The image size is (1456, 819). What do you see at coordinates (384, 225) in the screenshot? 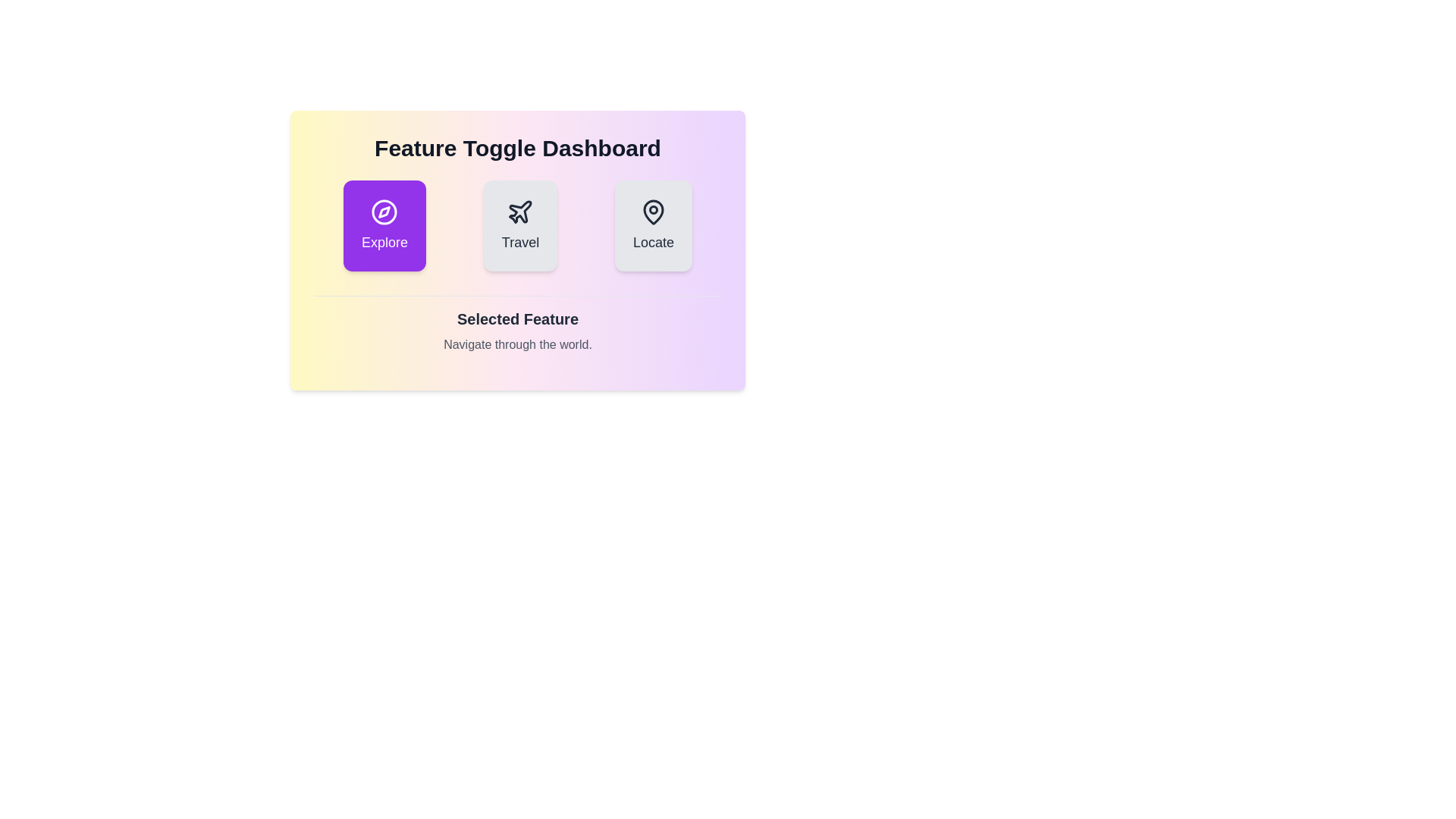
I see `the button corresponding to the feature Explore` at bounding box center [384, 225].